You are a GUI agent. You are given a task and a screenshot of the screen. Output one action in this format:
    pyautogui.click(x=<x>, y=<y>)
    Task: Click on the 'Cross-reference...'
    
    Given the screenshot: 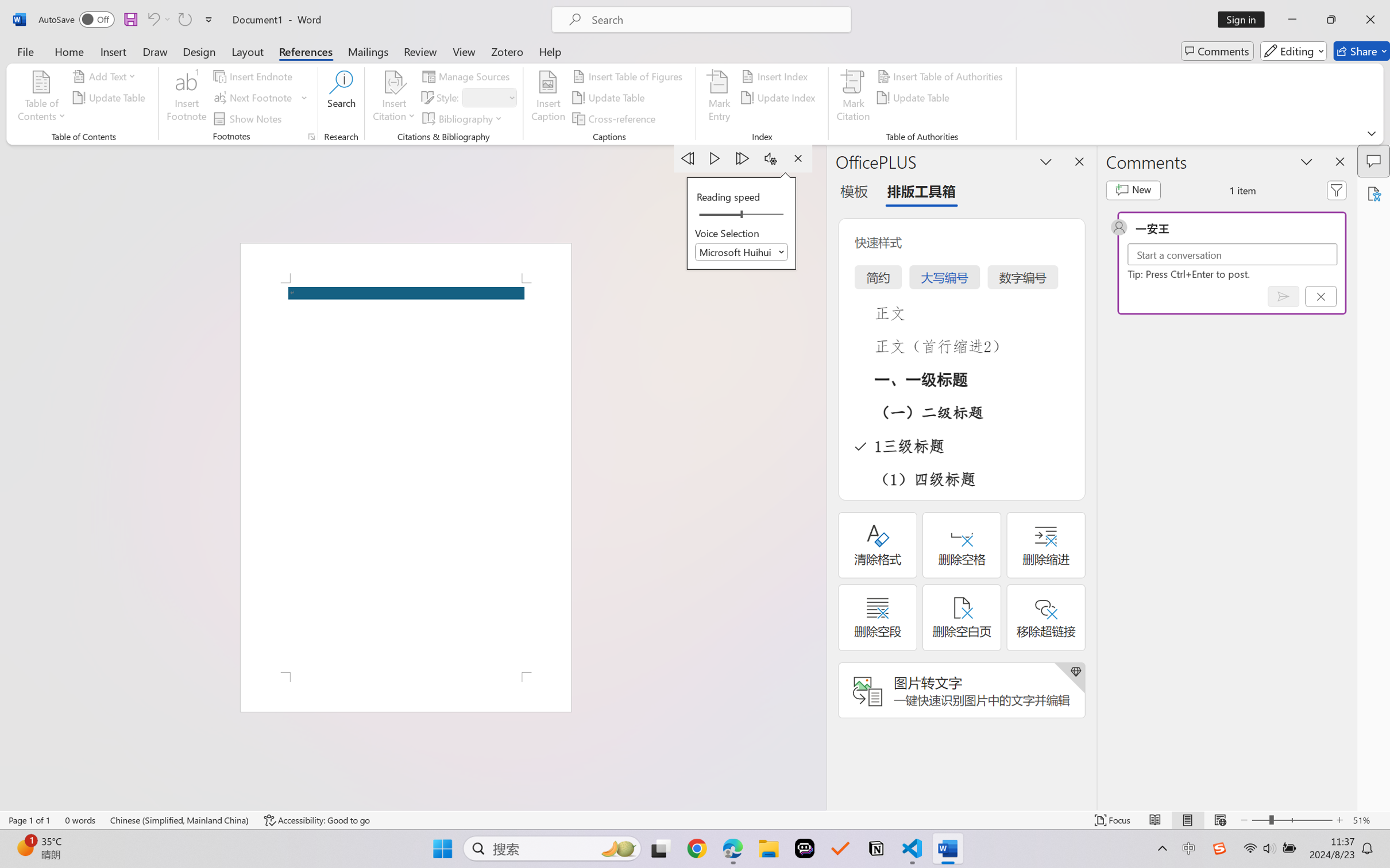 What is the action you would take?
    pyautogui.click(x=616, y=119)
    